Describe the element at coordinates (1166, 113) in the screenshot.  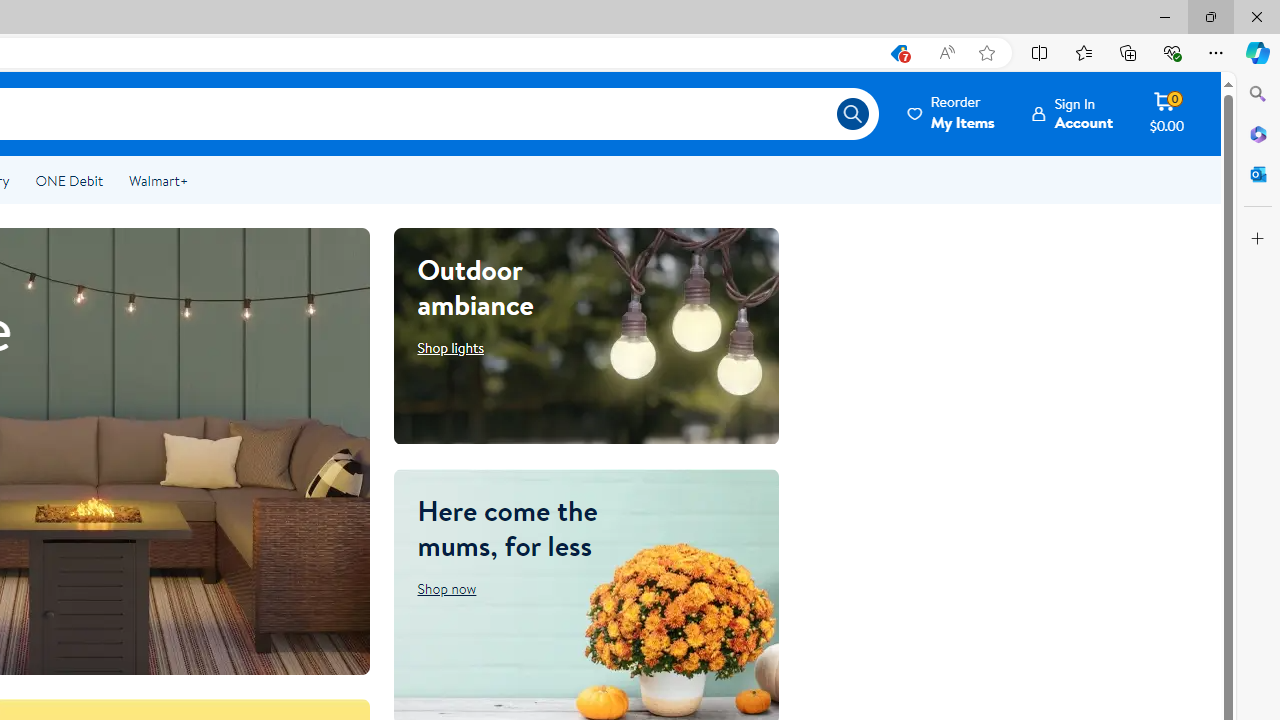
I see `'Cart contains 0 items Total Amount $0.00'` at that location.